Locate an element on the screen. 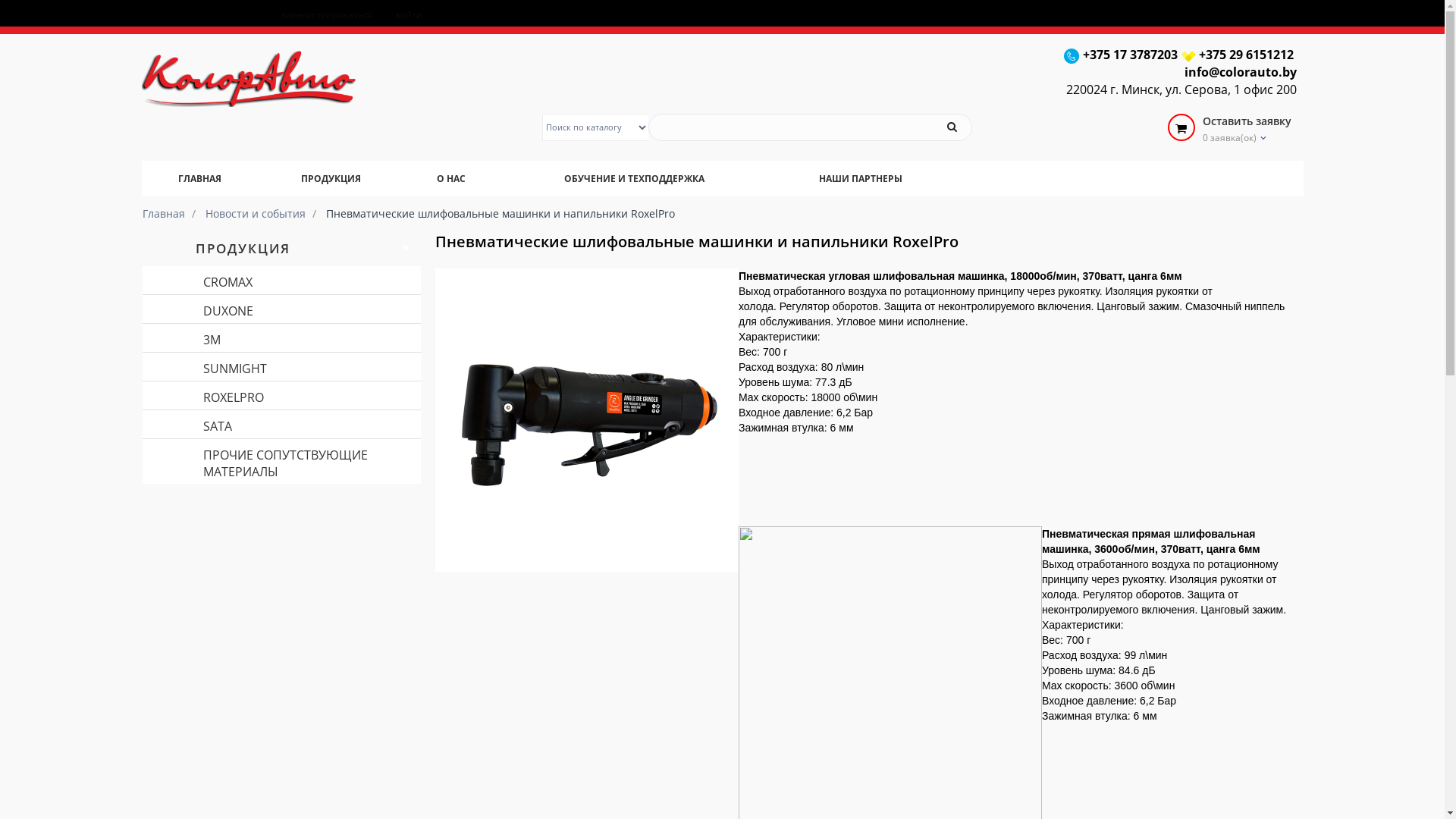 This screenshot has height=819, width=1456. '3M' is located at coordinates (282, 337).